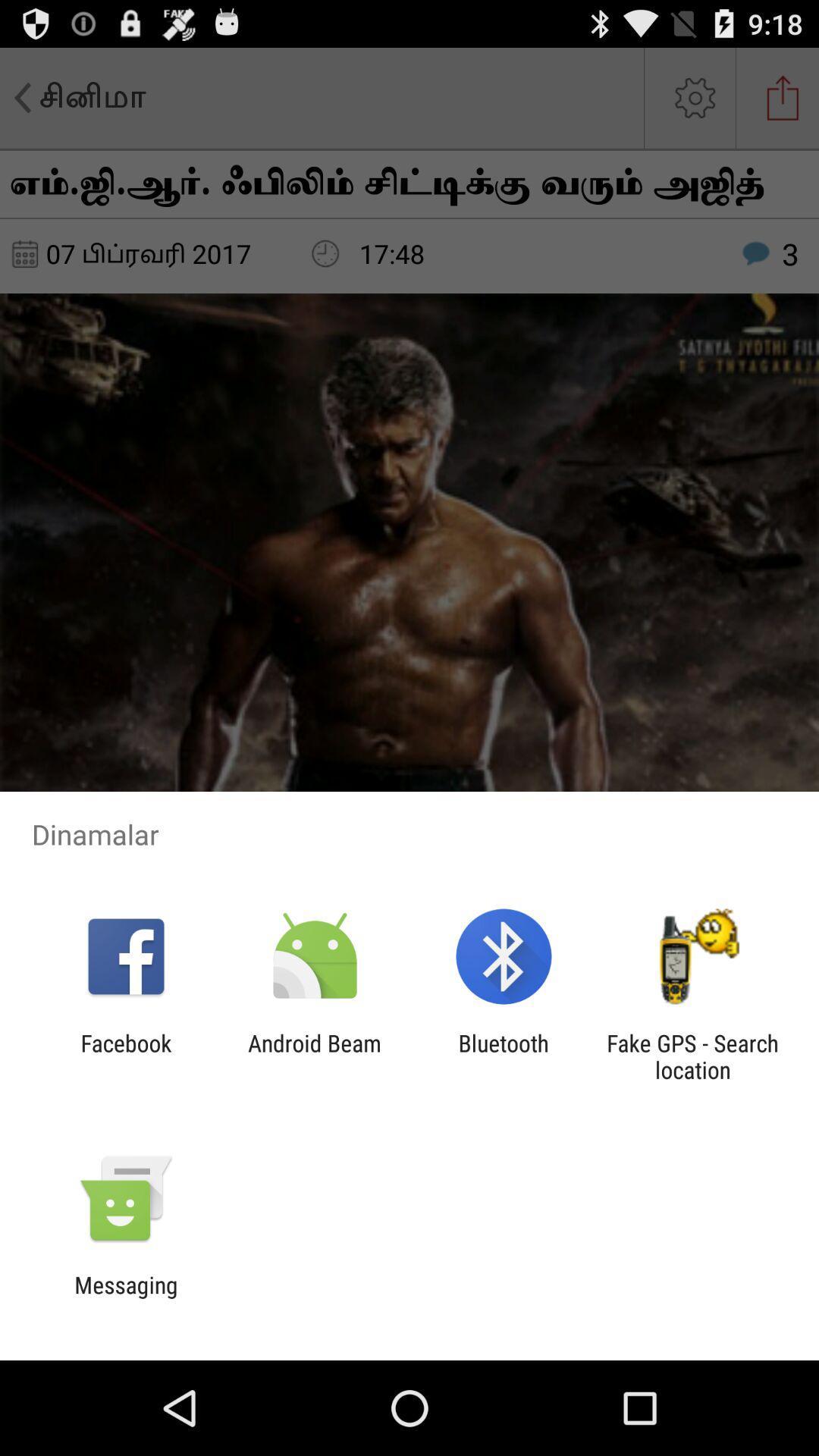  What do you see at coordinates (504, 1056) in the screenshot?
I see `the icon next to the android beam item` at bounding box center [504, 1056].